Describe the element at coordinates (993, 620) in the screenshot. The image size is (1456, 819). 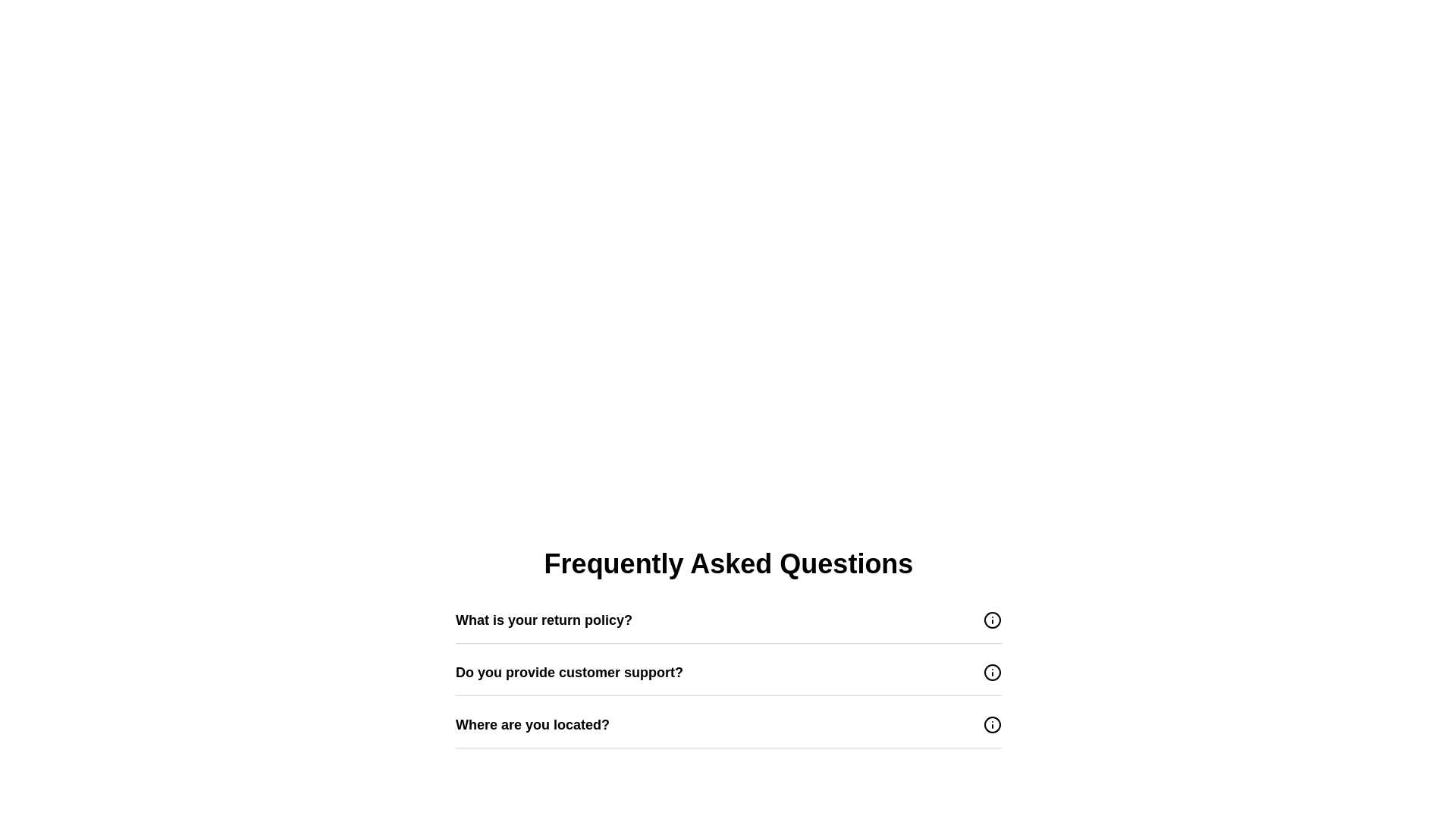
I see `the outermost circle in the top-right corner of the first FAQ entry, which is part of an SVG information icon` at that location.